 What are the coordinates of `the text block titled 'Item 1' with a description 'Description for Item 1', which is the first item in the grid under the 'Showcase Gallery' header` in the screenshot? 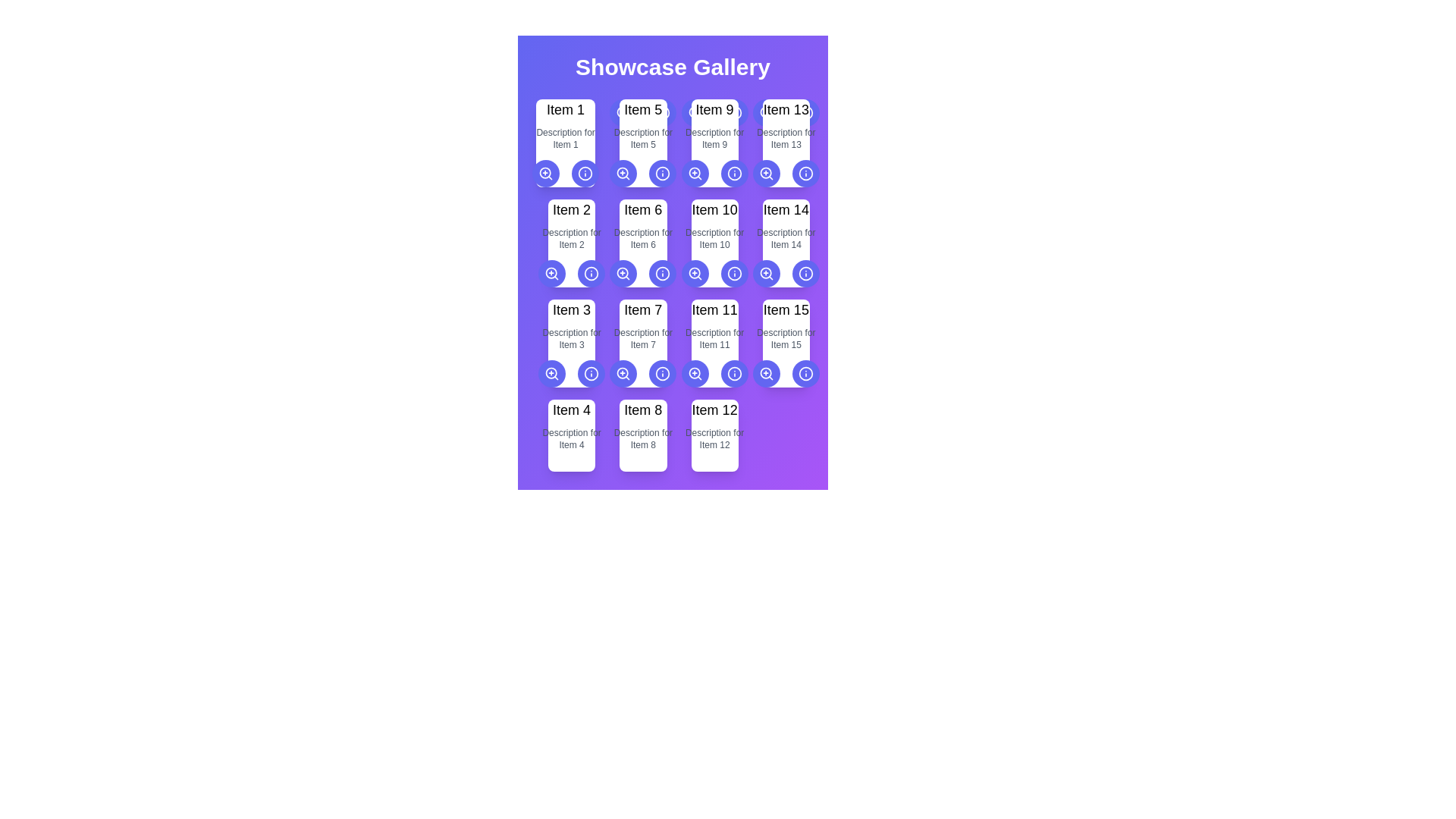 It's located at (565, 143).